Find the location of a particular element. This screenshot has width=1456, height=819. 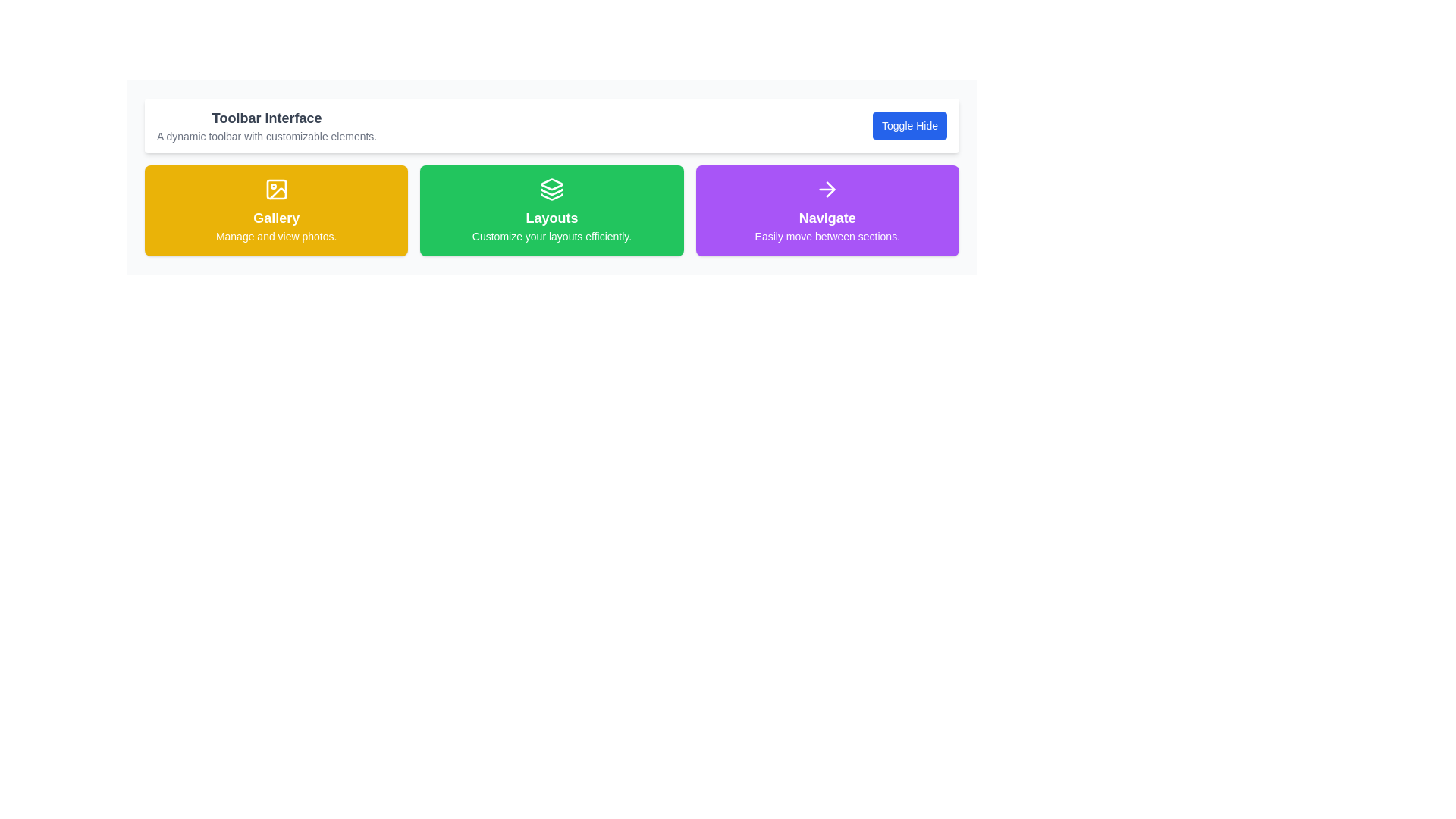

the text label heading 'Toolbar Interface', which is styled in bold dark gray and positioned above a description text, indicating its role as a heading is located at coordinates (267, 117).